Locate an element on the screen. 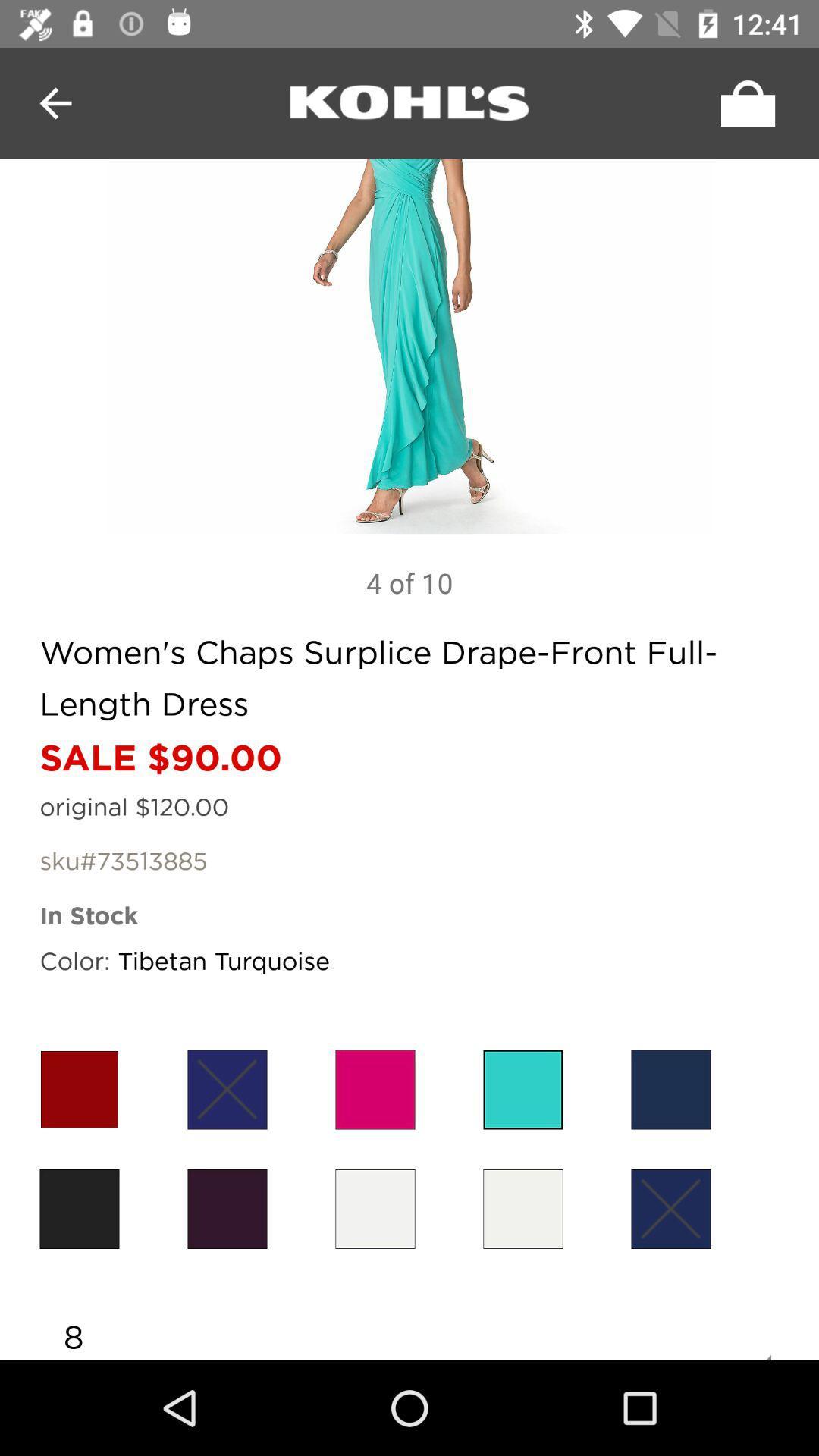  check photo is located at coordinates (409, 346).